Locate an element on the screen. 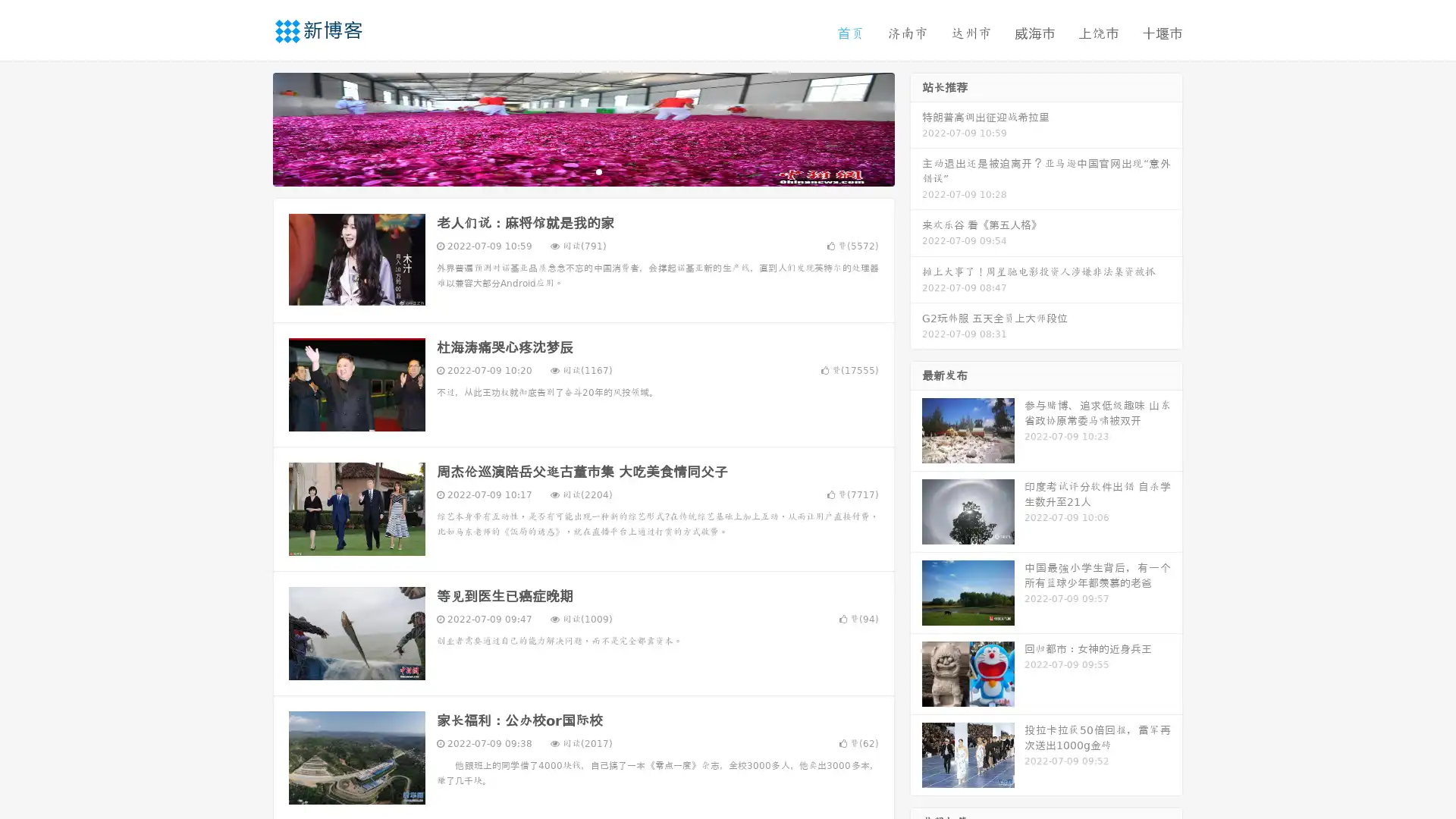 This screenshot has width=1456, height=819. Go to slide 1 is located at coordinates (567, 171).